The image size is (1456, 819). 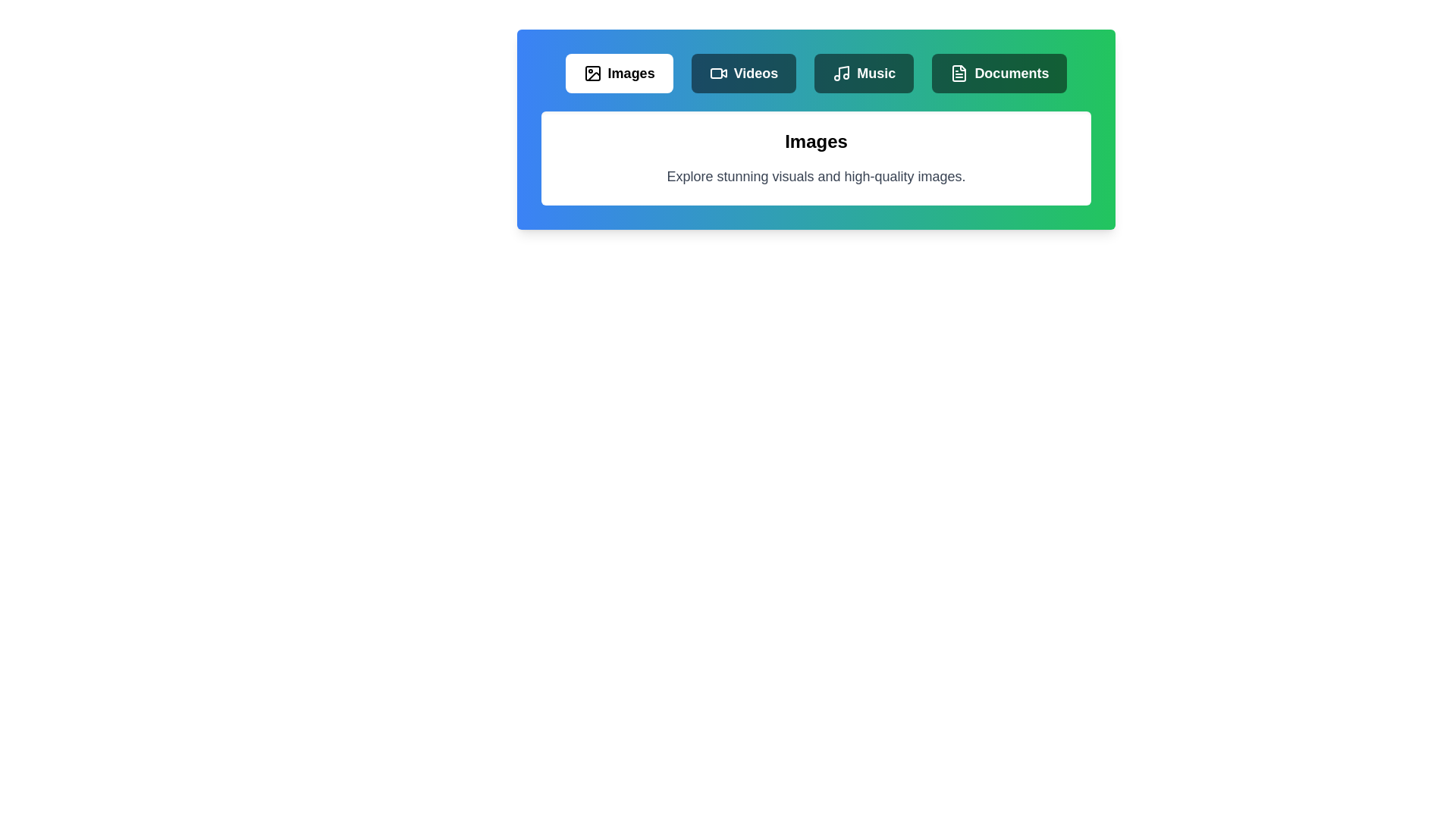 What do you see at coordinates (999, 73) in the screenshot?
I see `the Documents tab` at bounding box center [999, 73].